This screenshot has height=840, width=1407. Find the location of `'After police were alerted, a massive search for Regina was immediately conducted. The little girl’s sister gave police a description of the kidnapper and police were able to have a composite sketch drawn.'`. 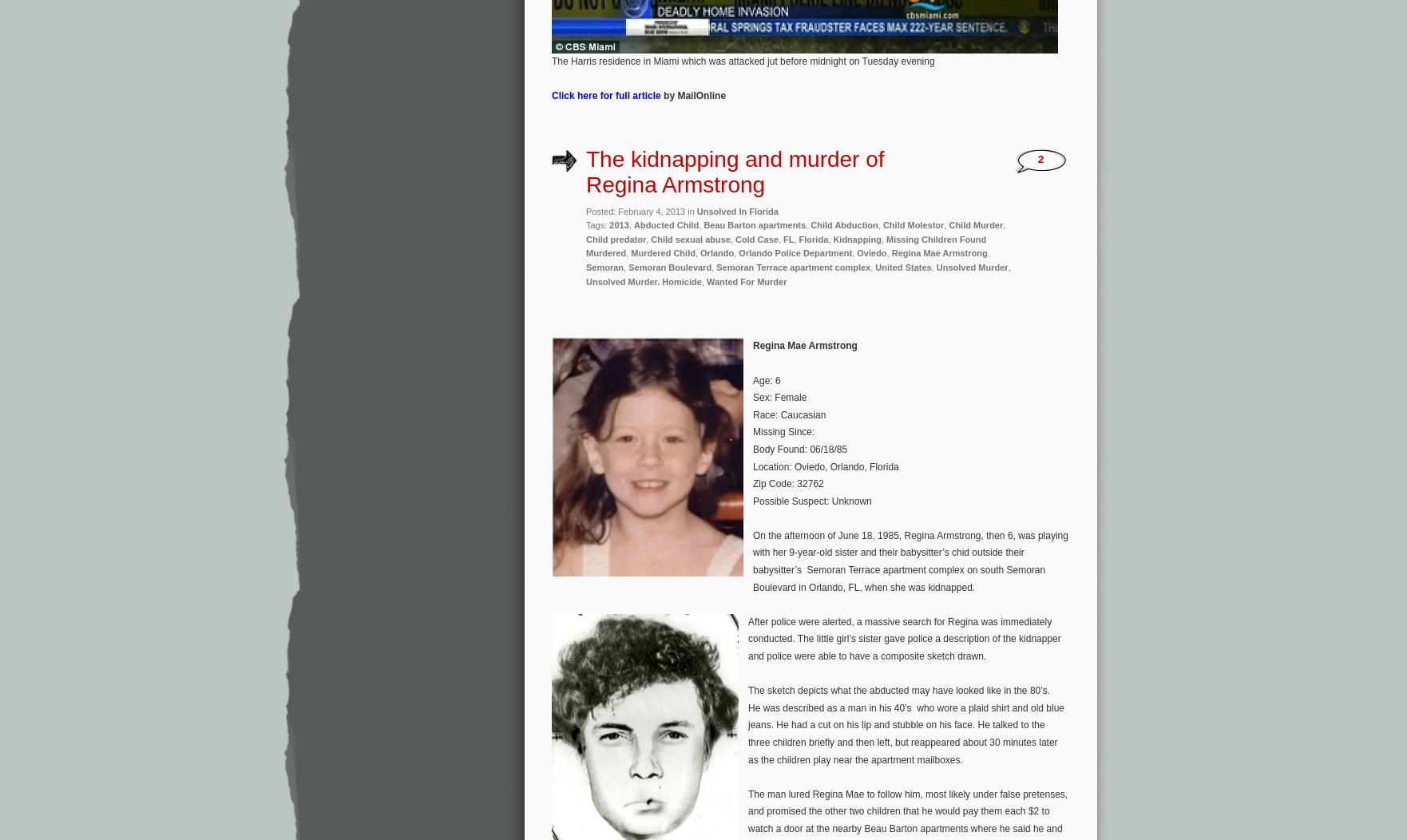

'After police were alerted, a massive search for Regina was immediately conducted. The little girl’s sister gave police a description of the kidnapper and police were able to have a composite sketch drawn.' is located at coordinates (904, 639).